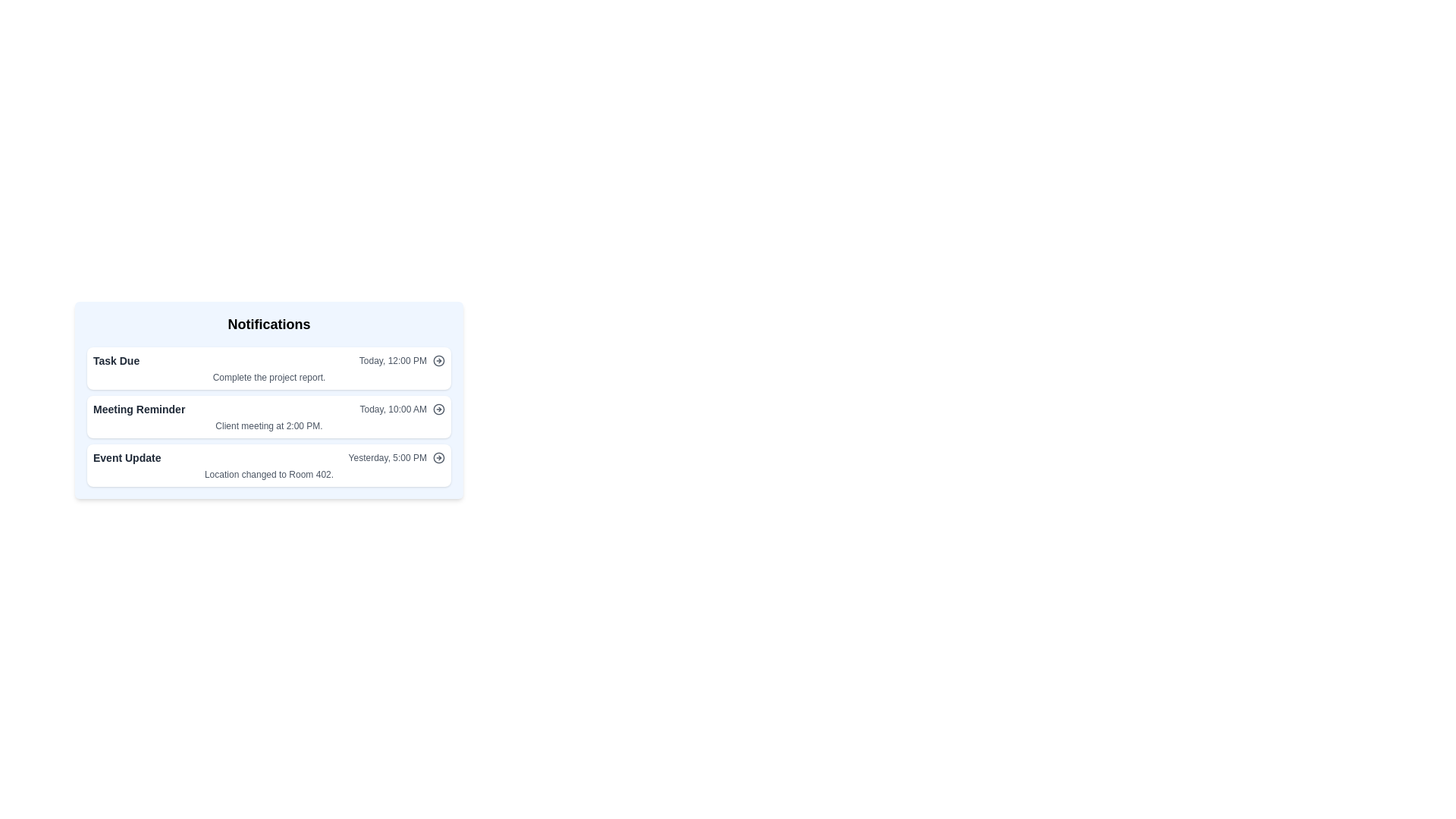 The width and height of the screenshot is (1456, 819). What do you see at coordinates (115, 360) in the screenshot?
I see `the 'Task Due' text label` at bounding box center [115, 360].